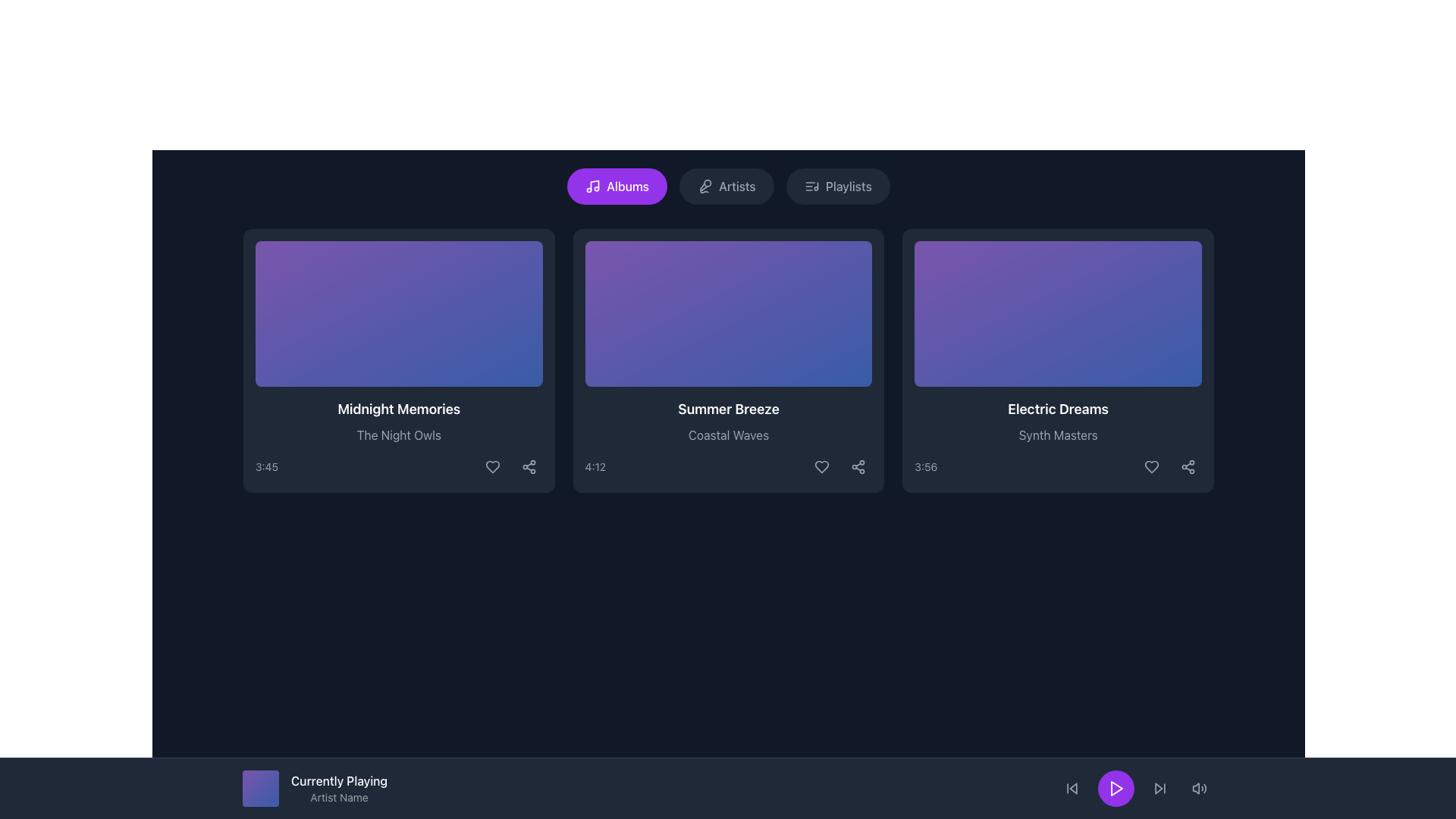 Image resolution: width=1456 pixels, height=819 pixels. What do you see at coordinates (492, 466) in the screenshot?
I see `the 'like' button located in the bottom-right corner of the 'Midnight Memories' album card` at bounding box center [492, 466].